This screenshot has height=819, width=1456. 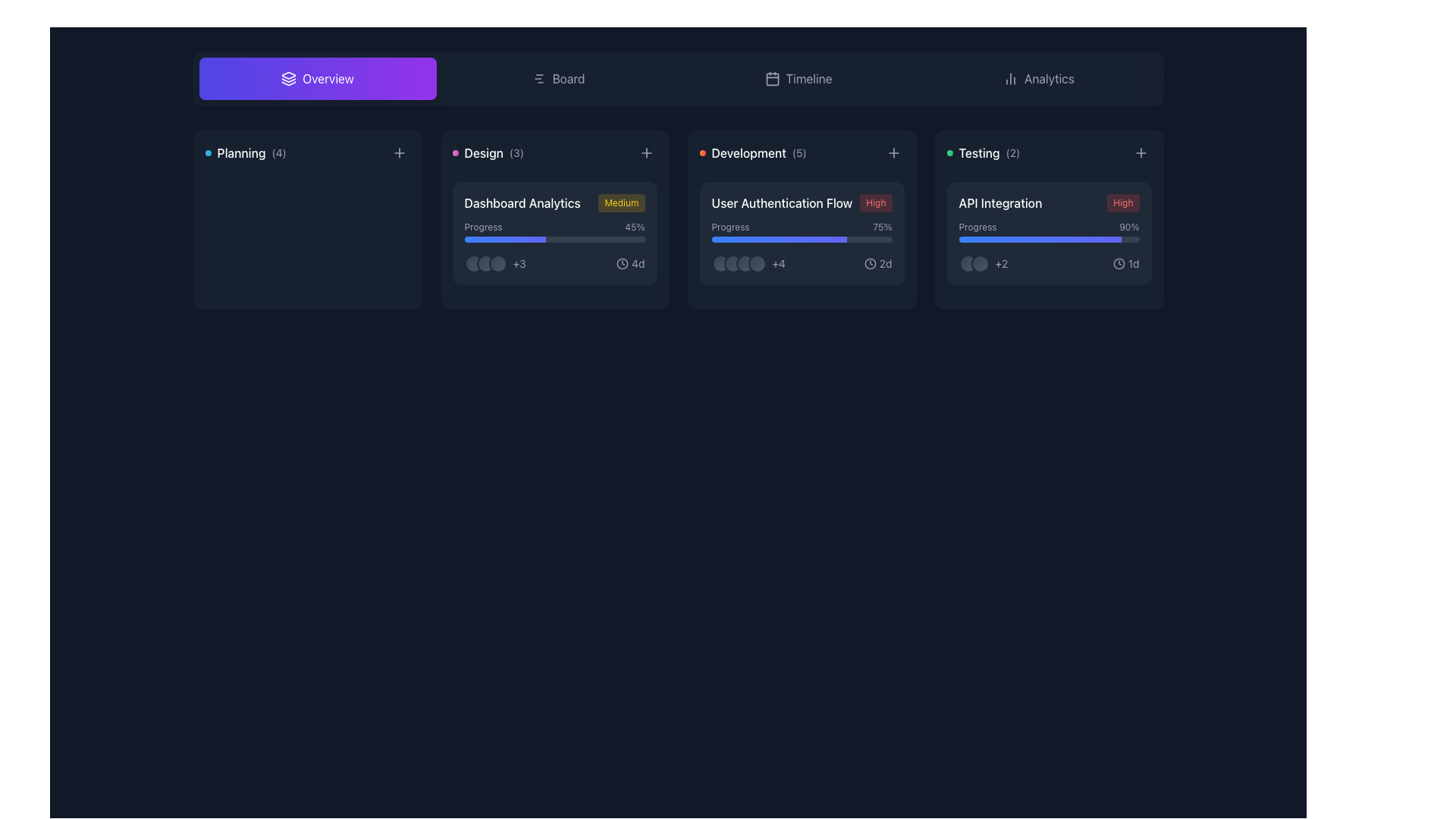 I want to click on the icon located in the top navigation section, which complements the 'Overview' label and suggests a summarized view, so click(x=289, y=79).